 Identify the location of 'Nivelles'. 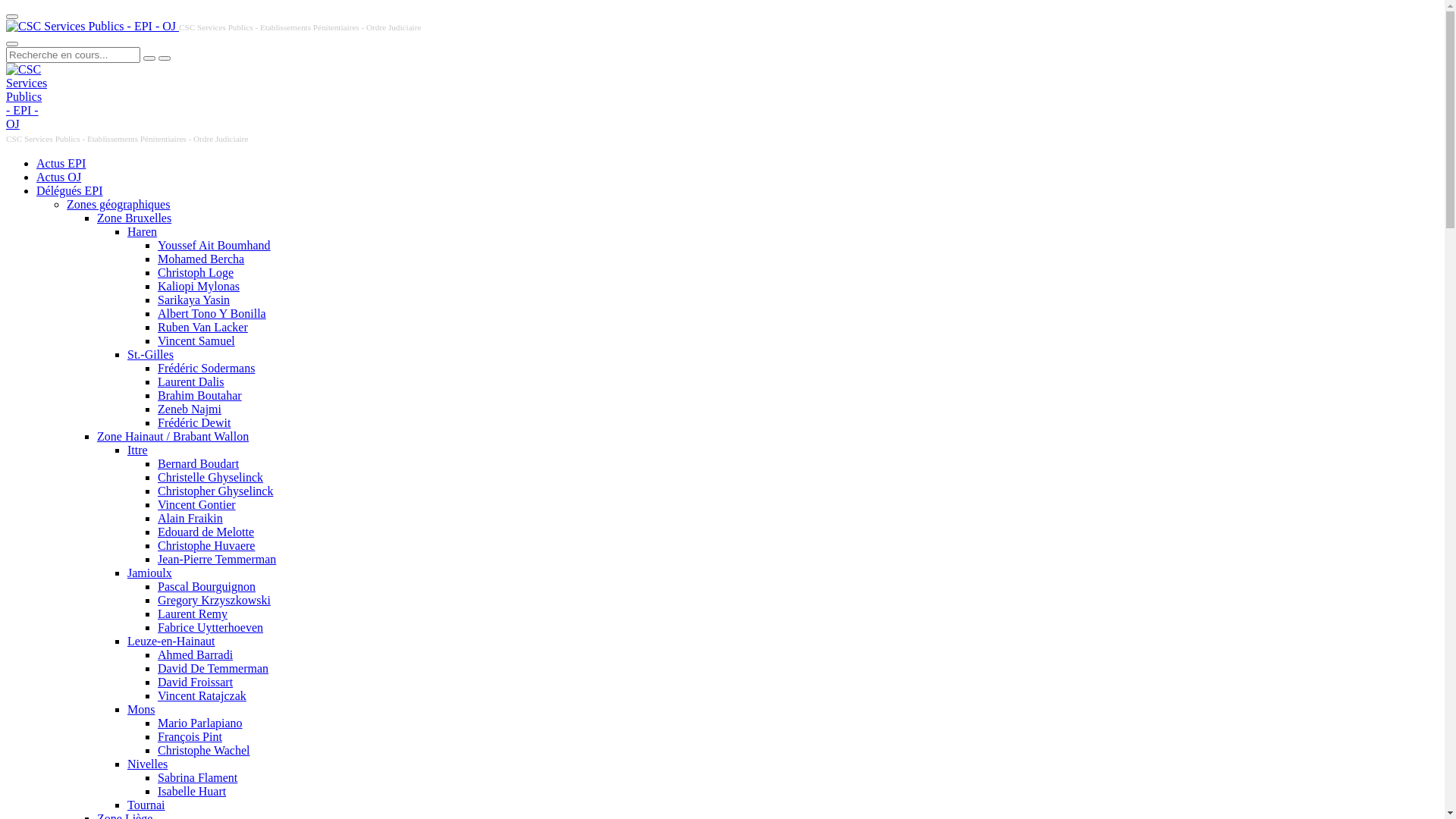
(147, 764).